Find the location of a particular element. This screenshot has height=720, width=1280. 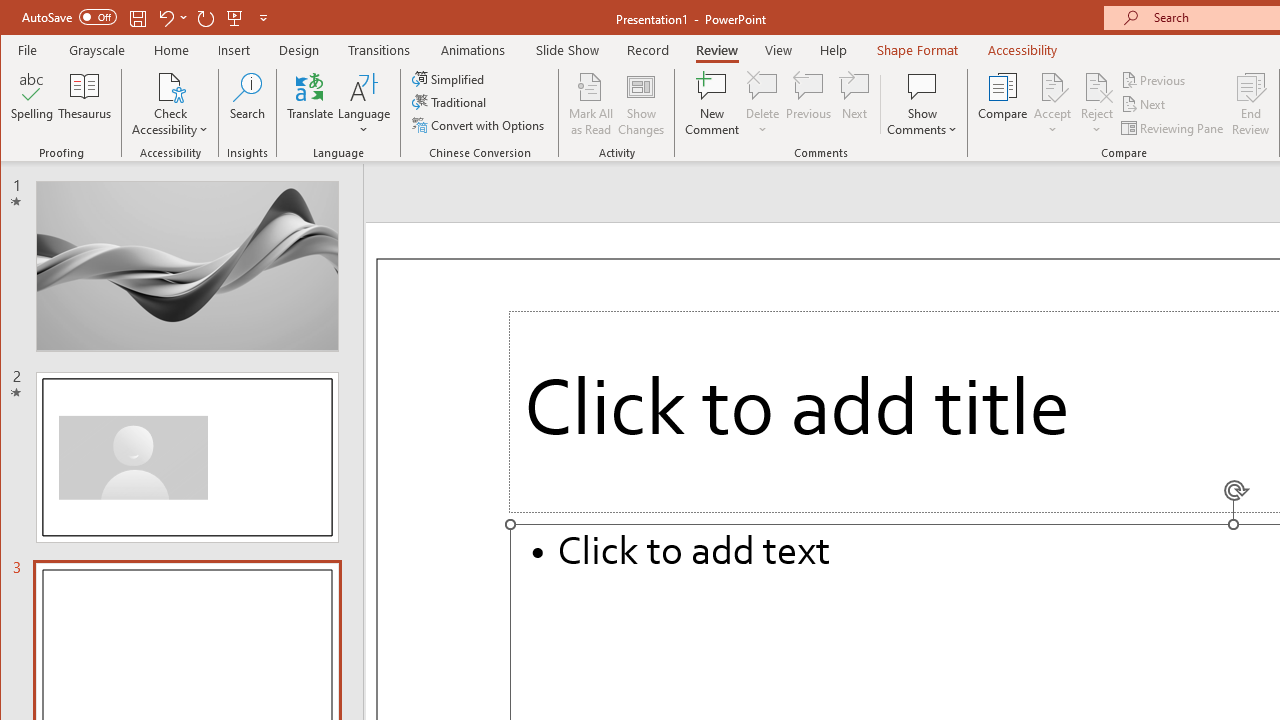

'Search' is located at coordinates (246, 104).